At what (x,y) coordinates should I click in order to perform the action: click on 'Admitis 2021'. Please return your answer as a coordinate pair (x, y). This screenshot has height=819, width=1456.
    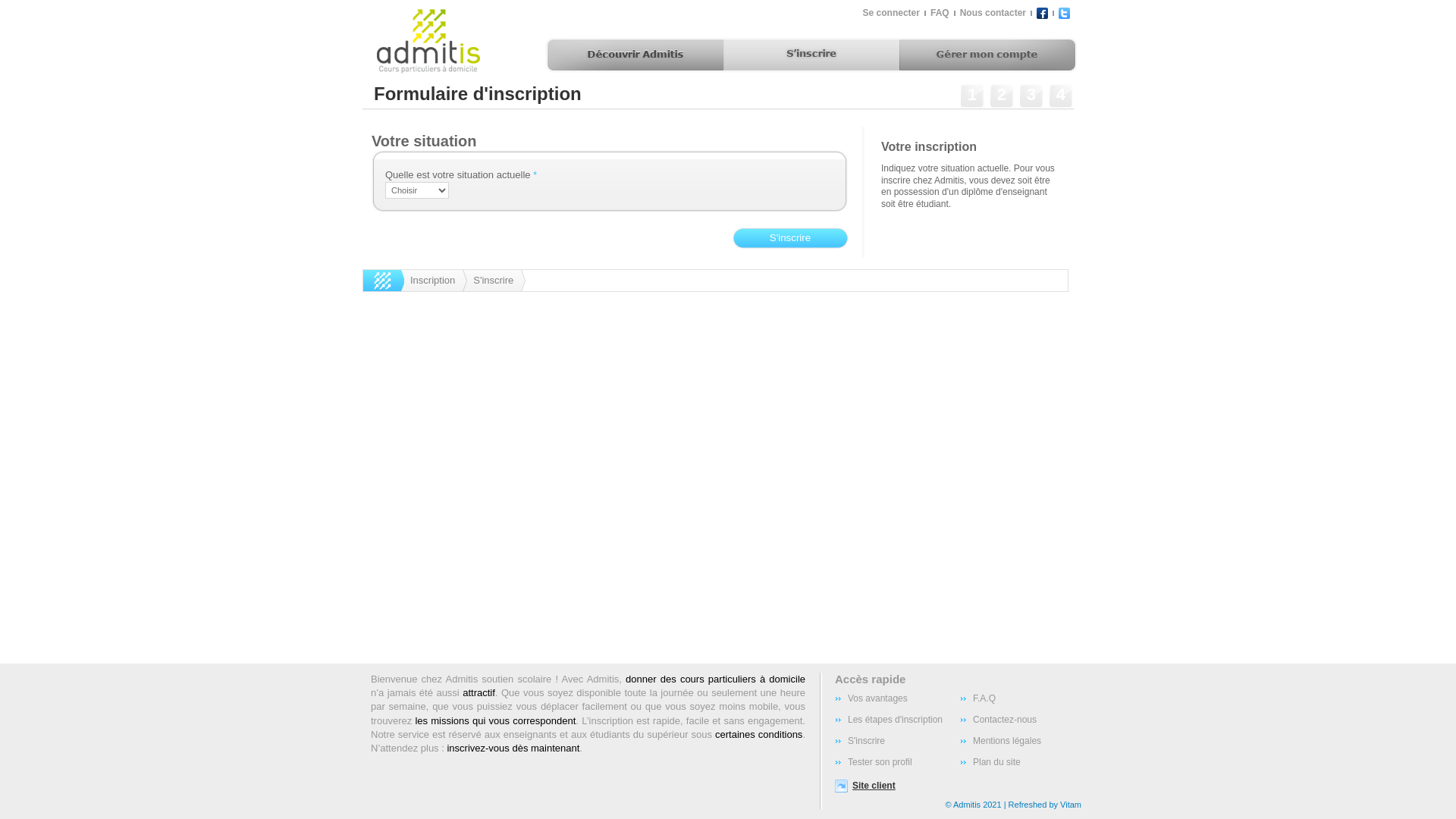
    Looking at the image, I should click on (977, 803).